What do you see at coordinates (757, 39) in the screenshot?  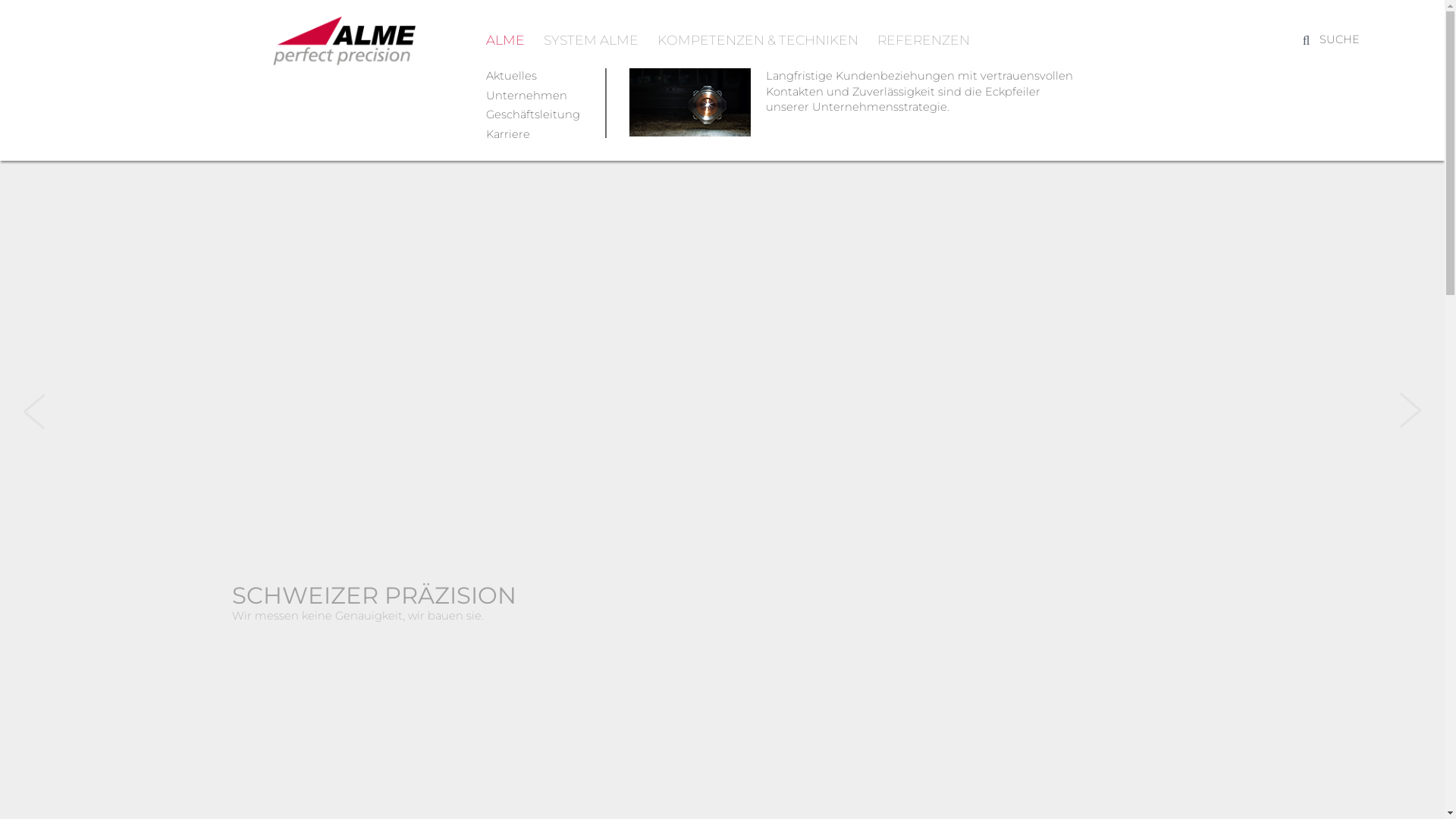 I see `'KOMPETENZEN & TECHNIKEN'` at bounding box center [757, 39].